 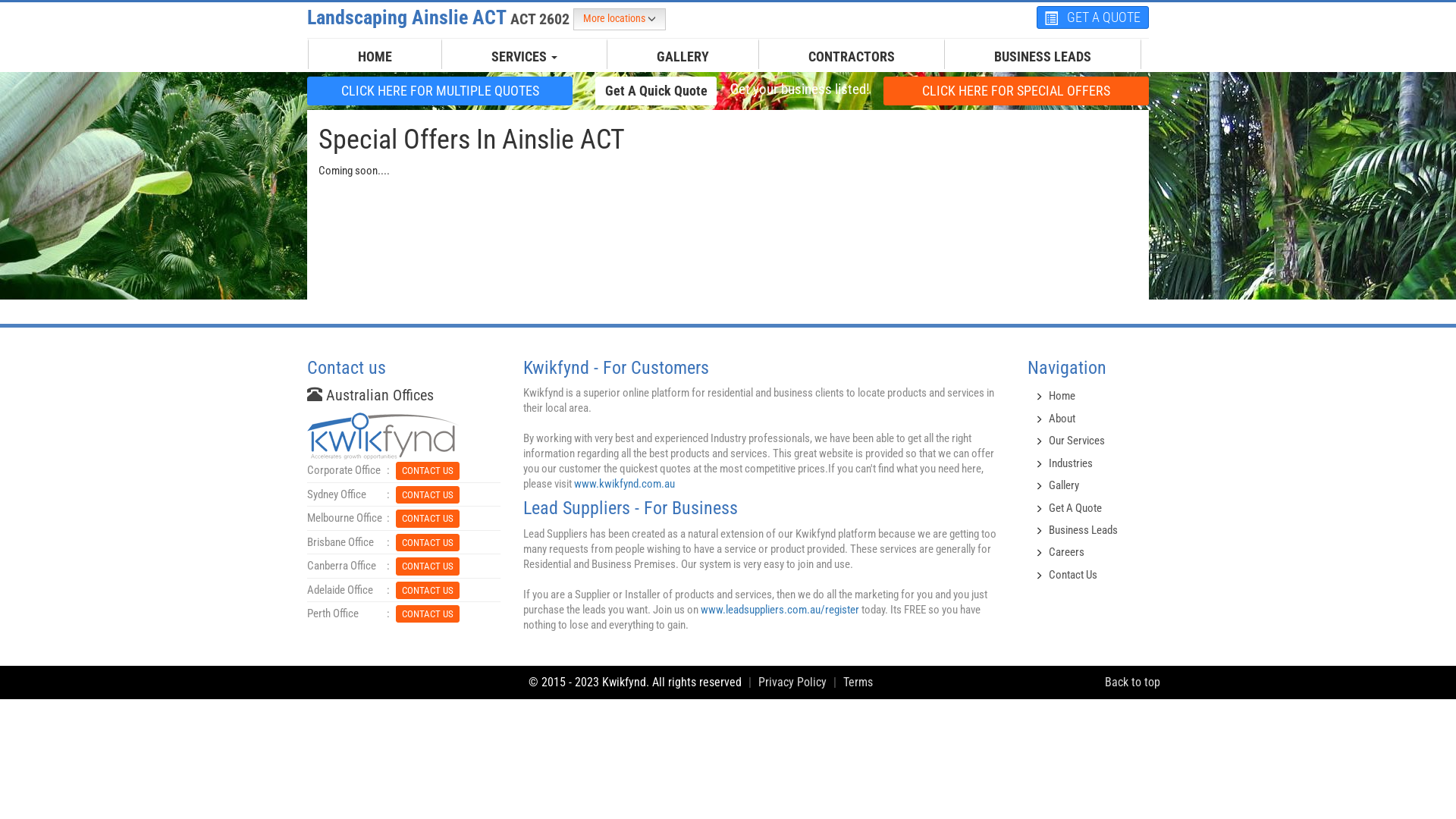 I want to click on 'More locations', so click(x=572, y=19).